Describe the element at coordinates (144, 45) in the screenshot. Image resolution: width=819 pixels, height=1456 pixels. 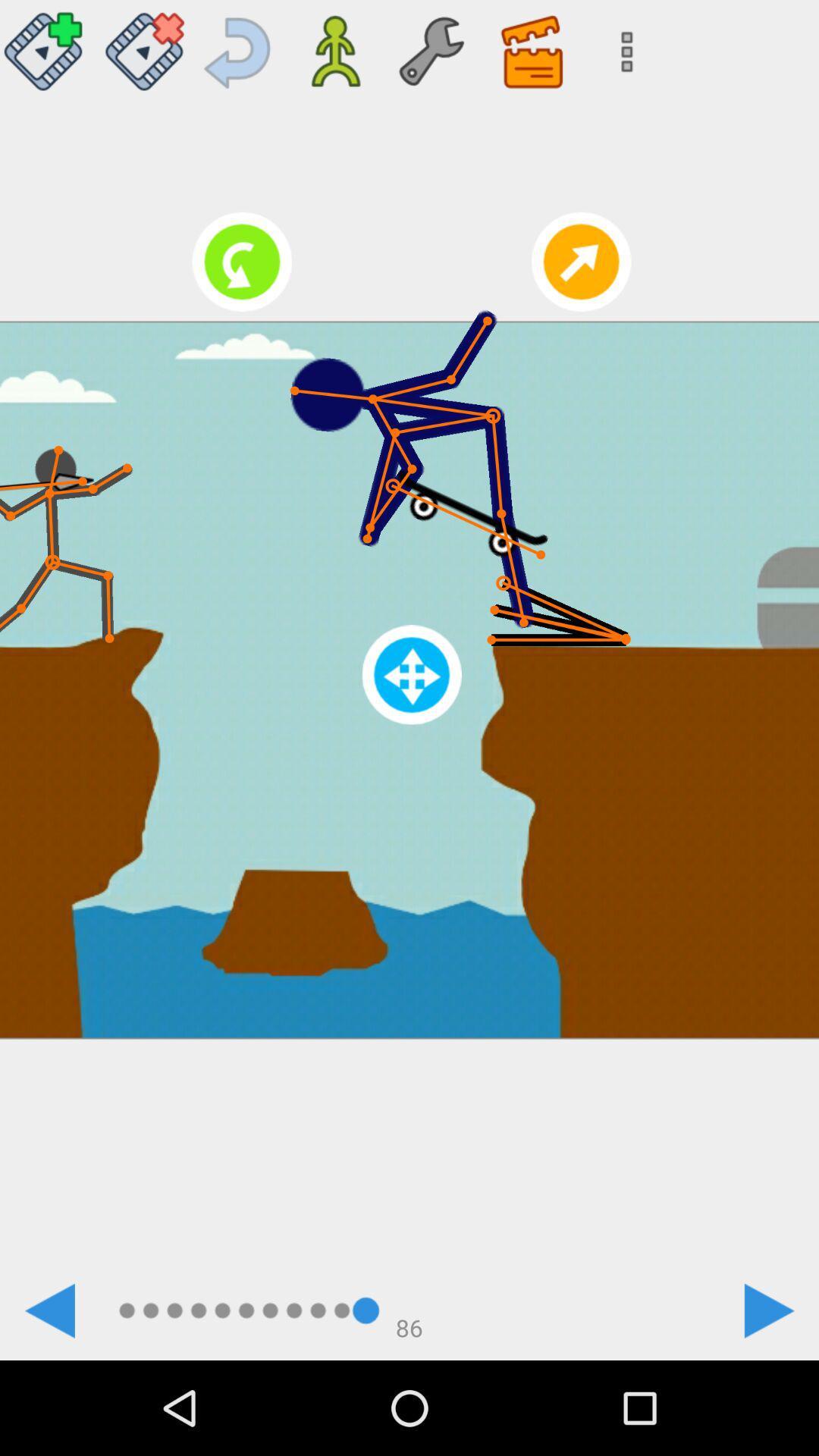
I see `delete movie` at that location.